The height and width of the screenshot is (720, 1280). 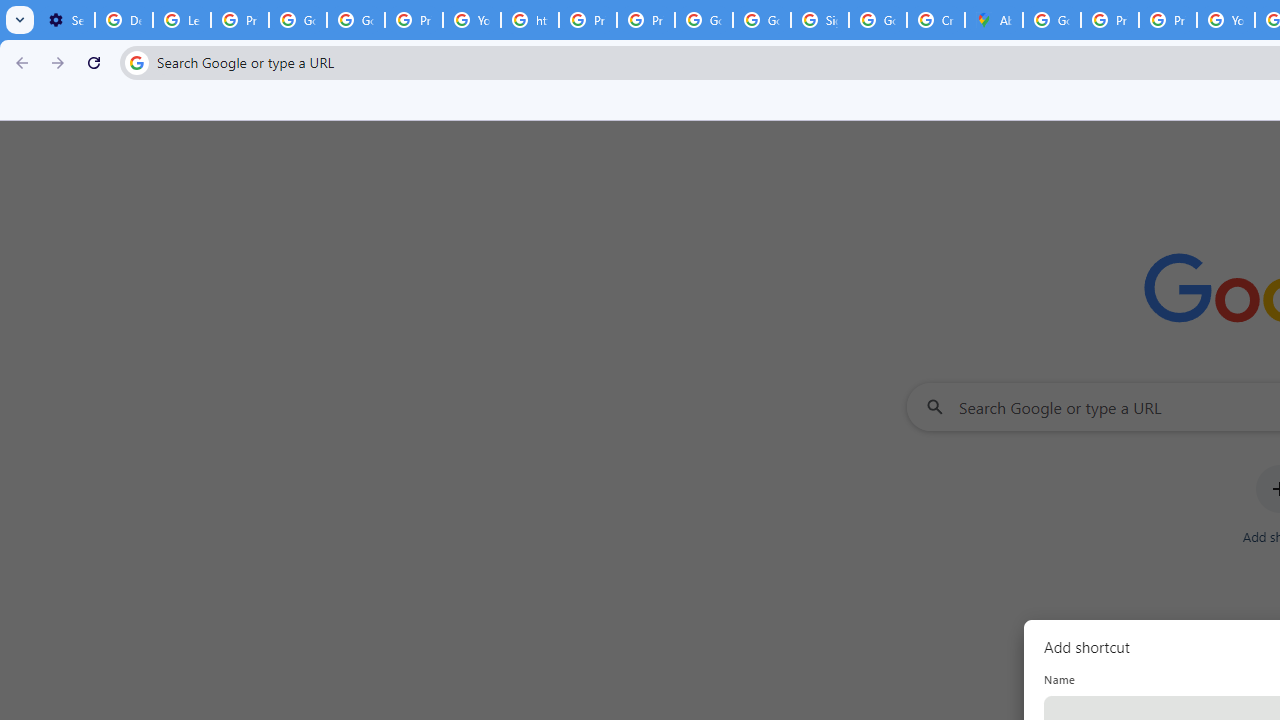 I want to click on 'Privacy Help Center - Policies Help', so click(x=587, y=20).